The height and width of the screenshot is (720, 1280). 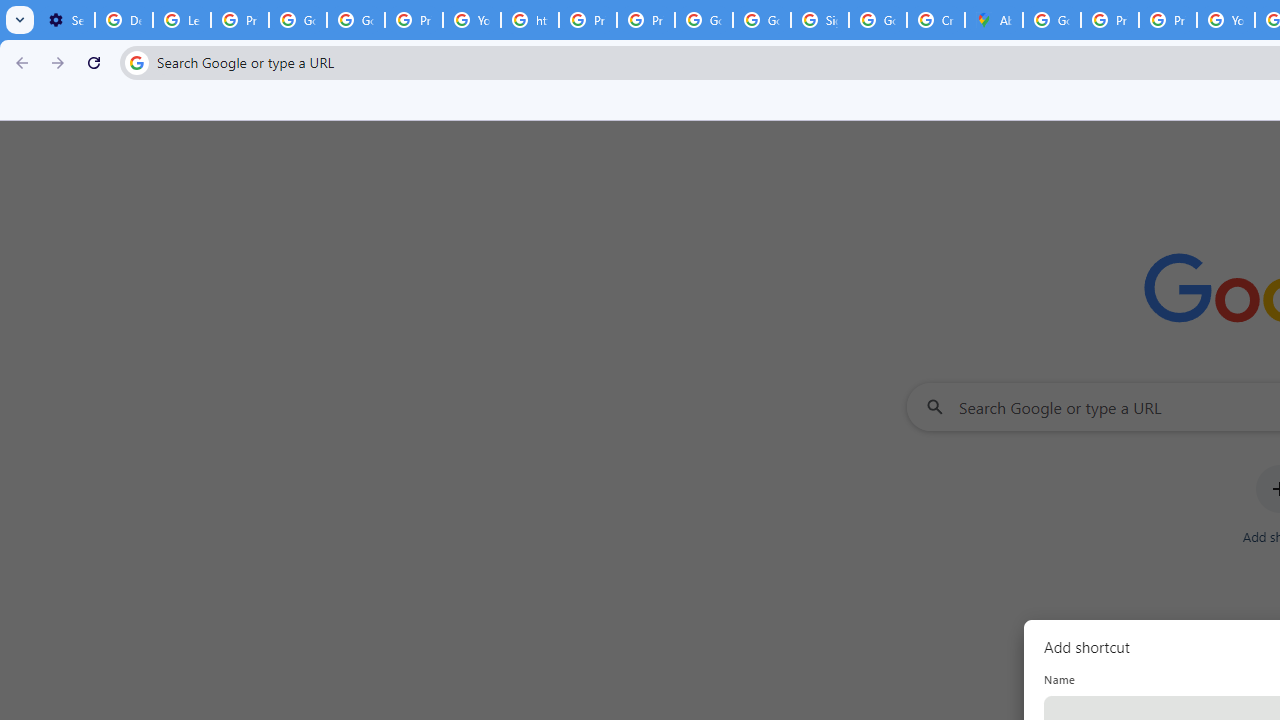 I want to click on 'Privacy Help Center - Policies Help', so click(x=587, y=20).